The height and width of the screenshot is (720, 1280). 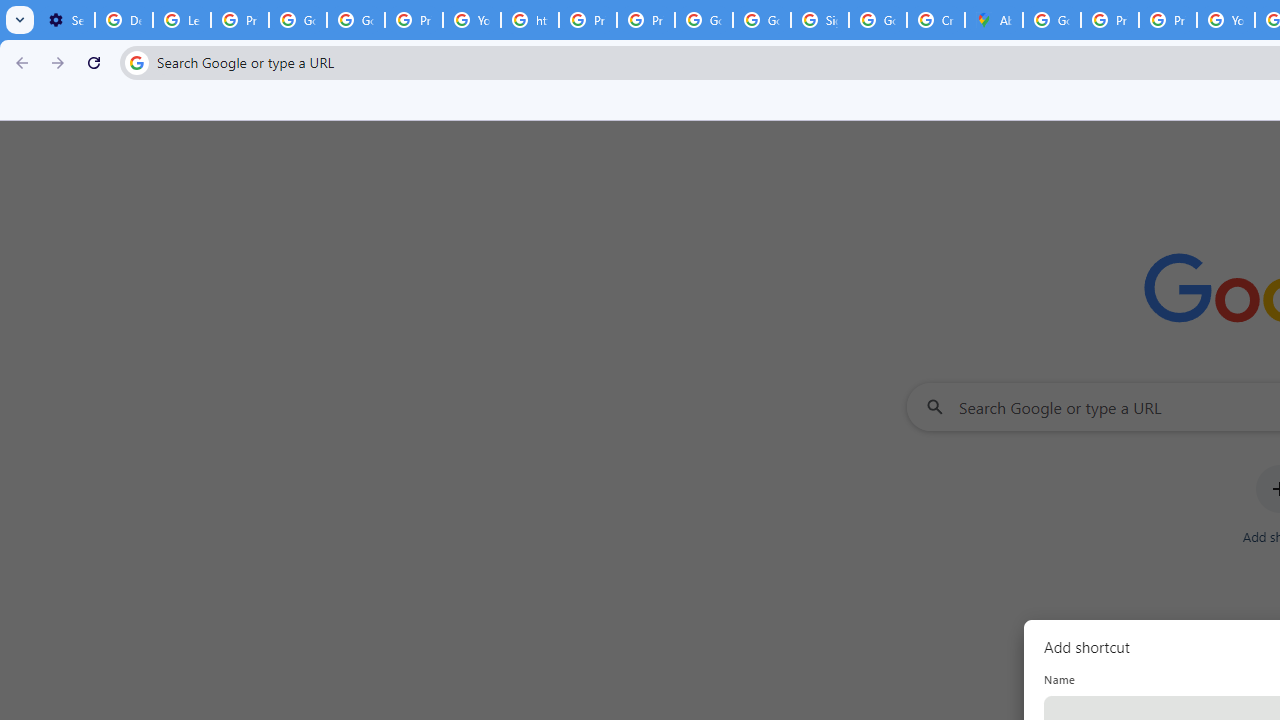 I want to click on 'Privacy Help Center - Policies Help', so click(x=587, y=20).